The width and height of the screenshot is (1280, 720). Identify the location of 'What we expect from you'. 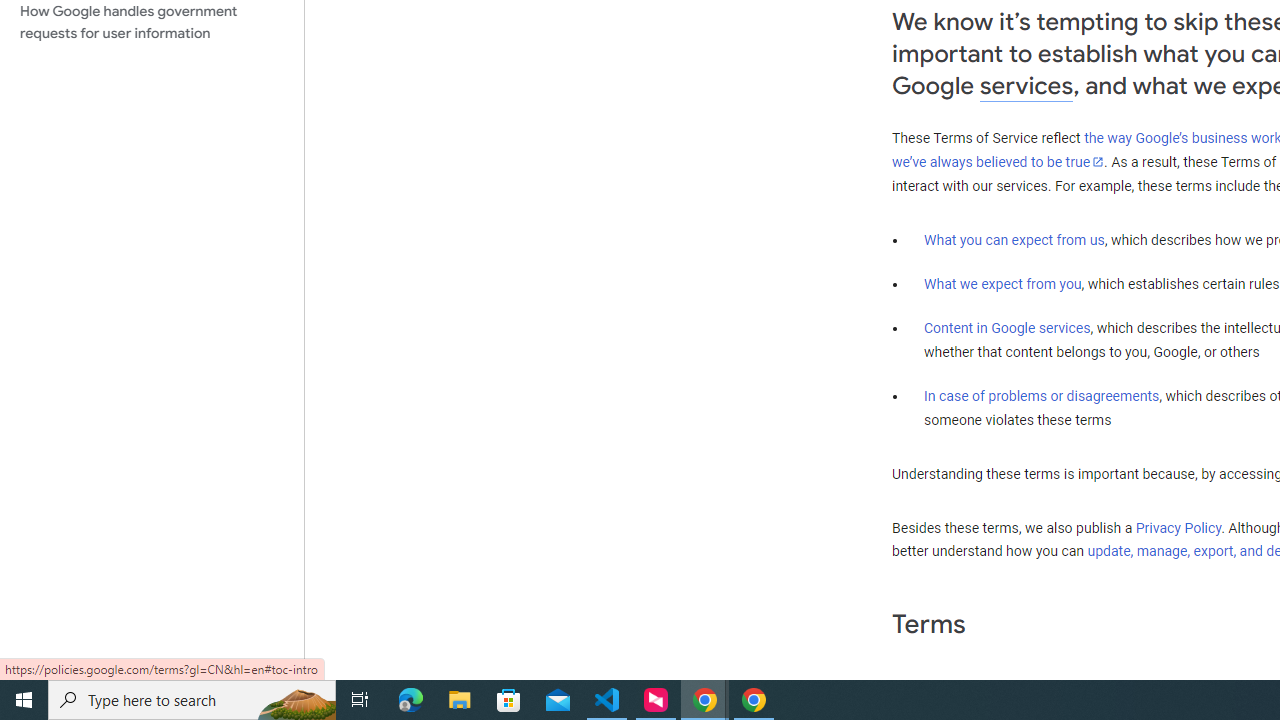
(1002, 284).